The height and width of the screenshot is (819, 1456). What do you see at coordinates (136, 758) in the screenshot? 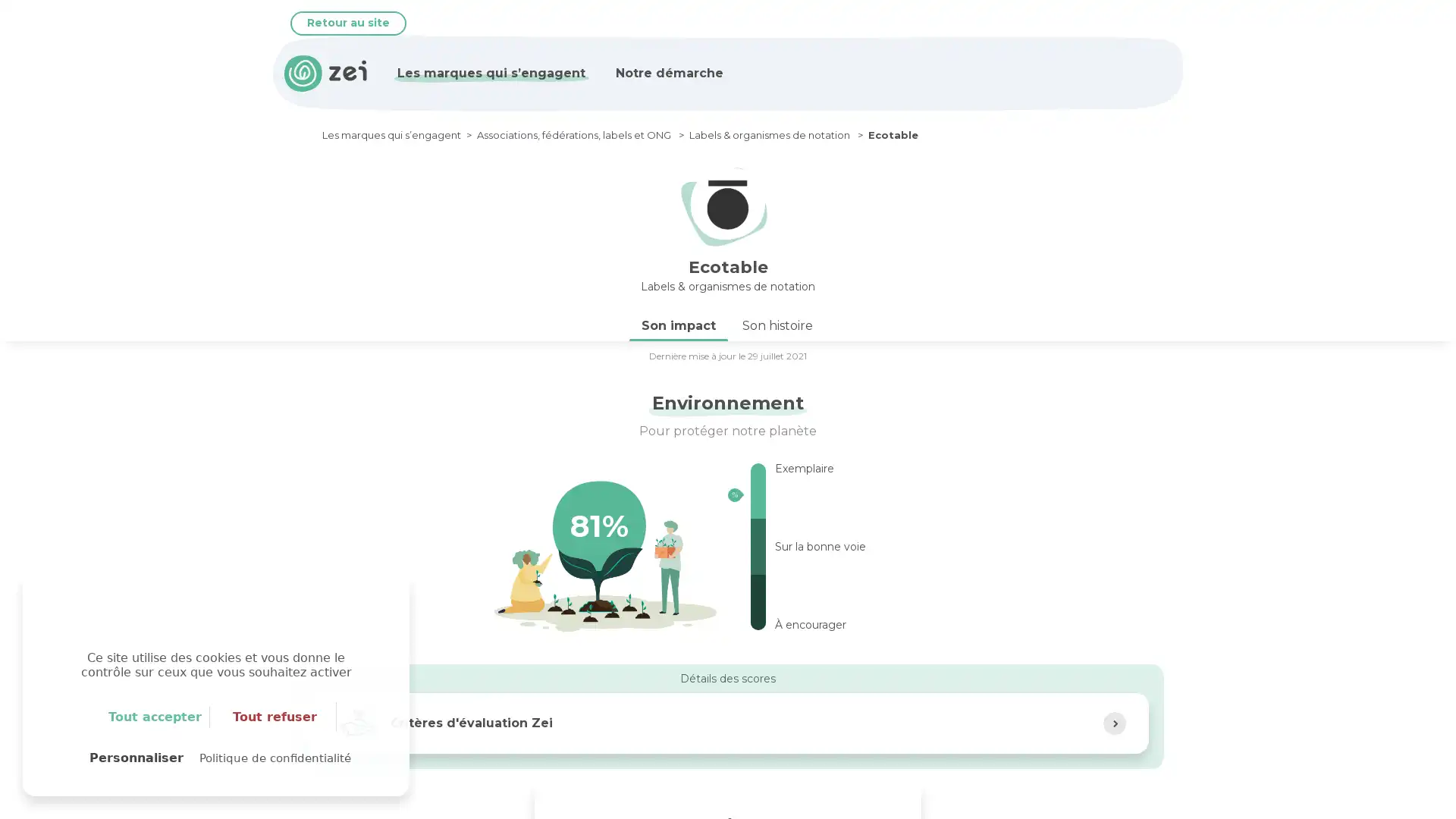
I see `Personnaliser (fenetre modale)` at bounding box center [136, 758].